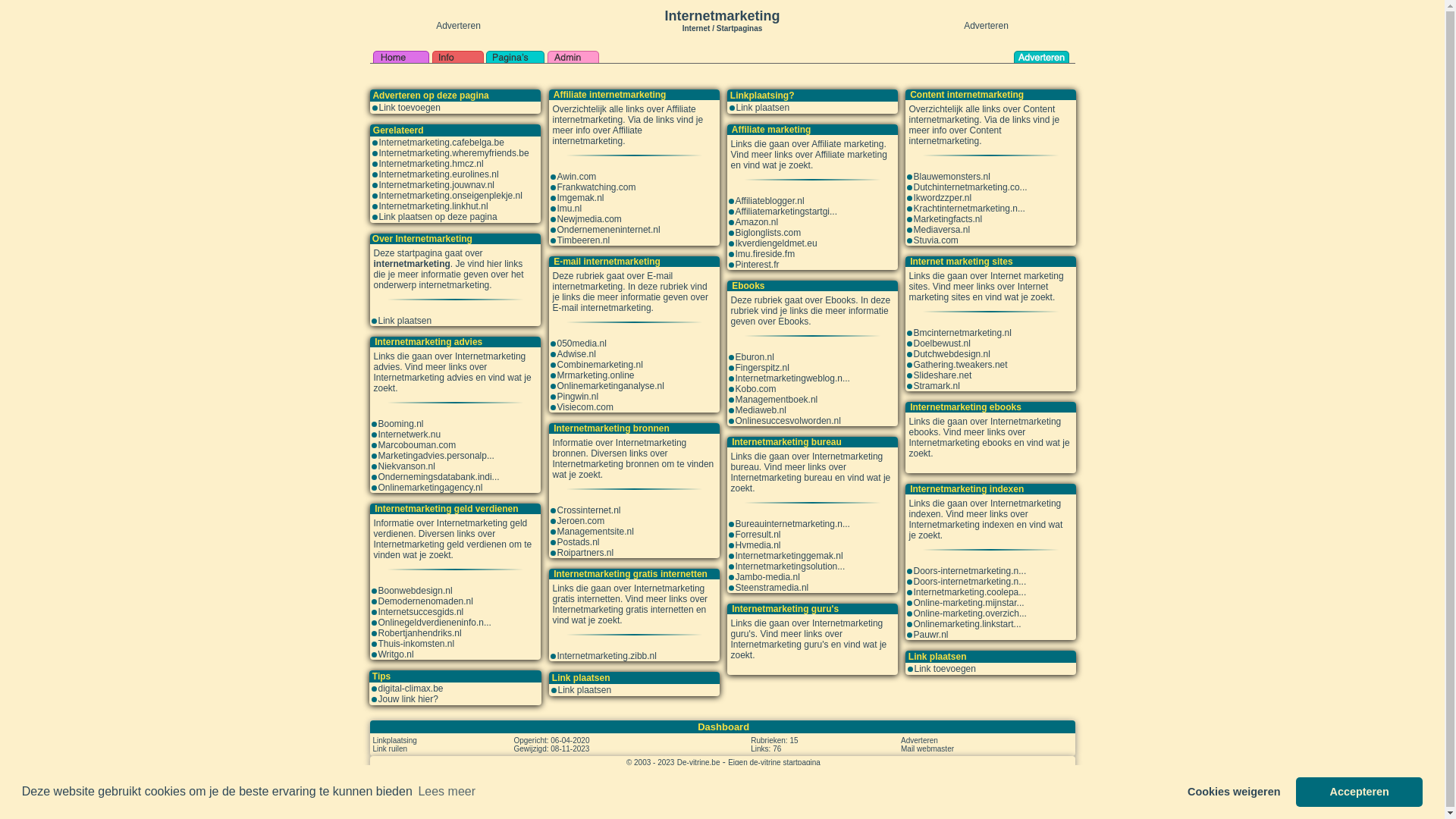 This screenshot has width=1456, height=819. What do you see at coordinates (792, 522) in the screenshot?
I see `'Bureauinternetmarketing.n...'` at bounding box center [792, 522].